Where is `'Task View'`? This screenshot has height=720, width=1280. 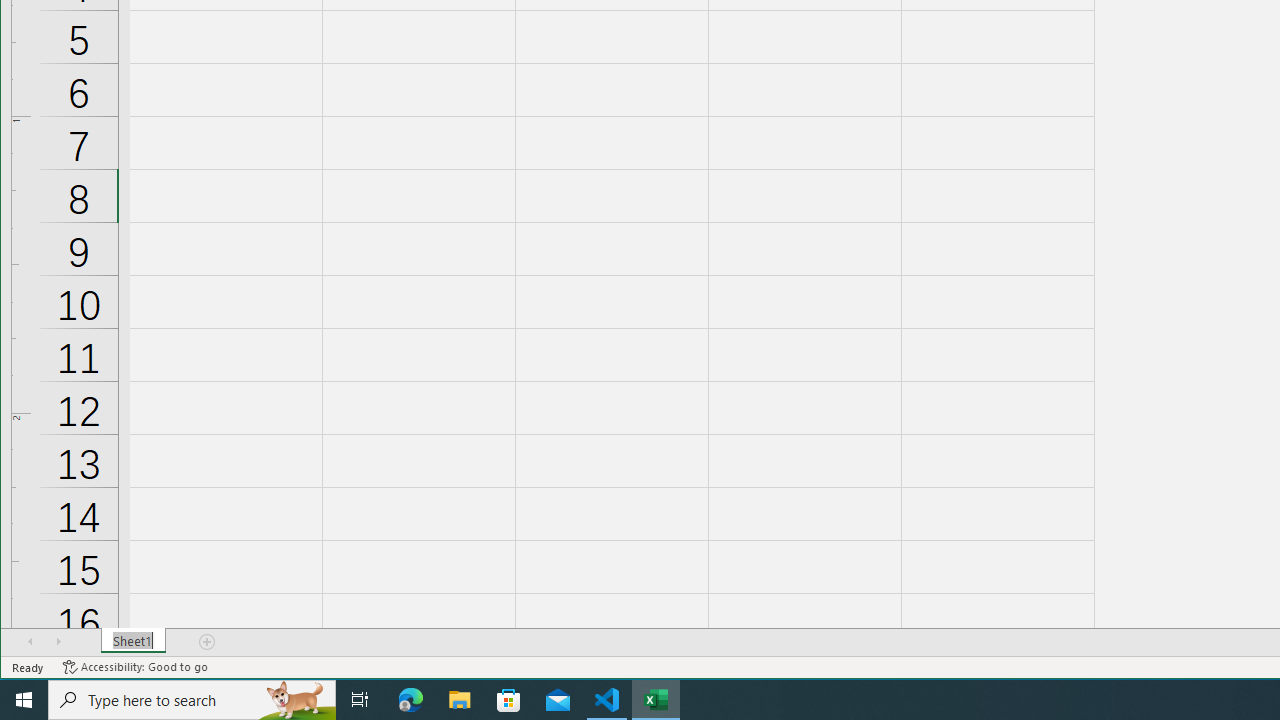
'Task View' is located at coordinates (359, 698).